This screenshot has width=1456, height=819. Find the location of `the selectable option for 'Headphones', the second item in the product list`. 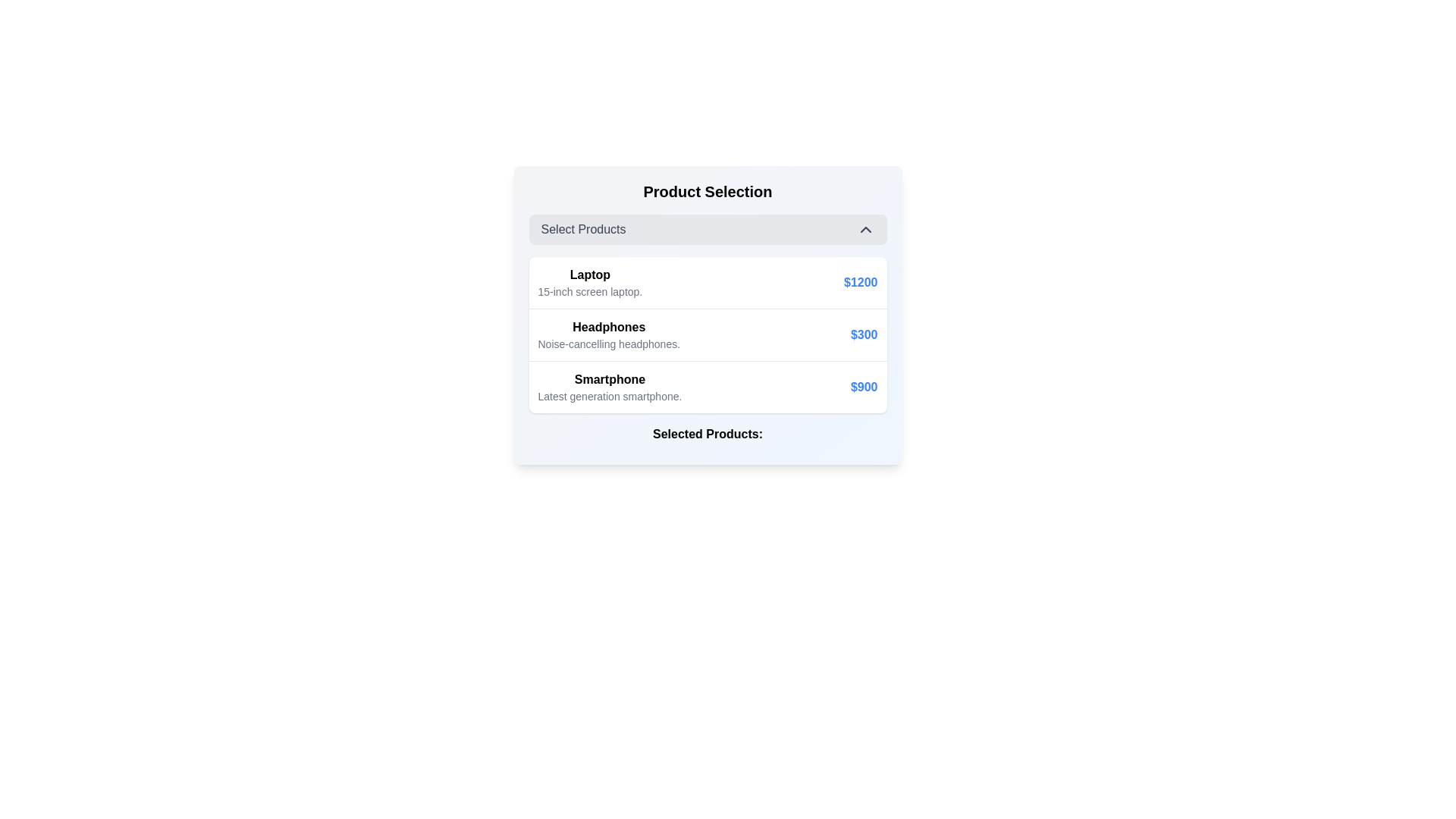

the selectable option for 'Headphones', the second item in the product list is located at coordinates (609, 334).